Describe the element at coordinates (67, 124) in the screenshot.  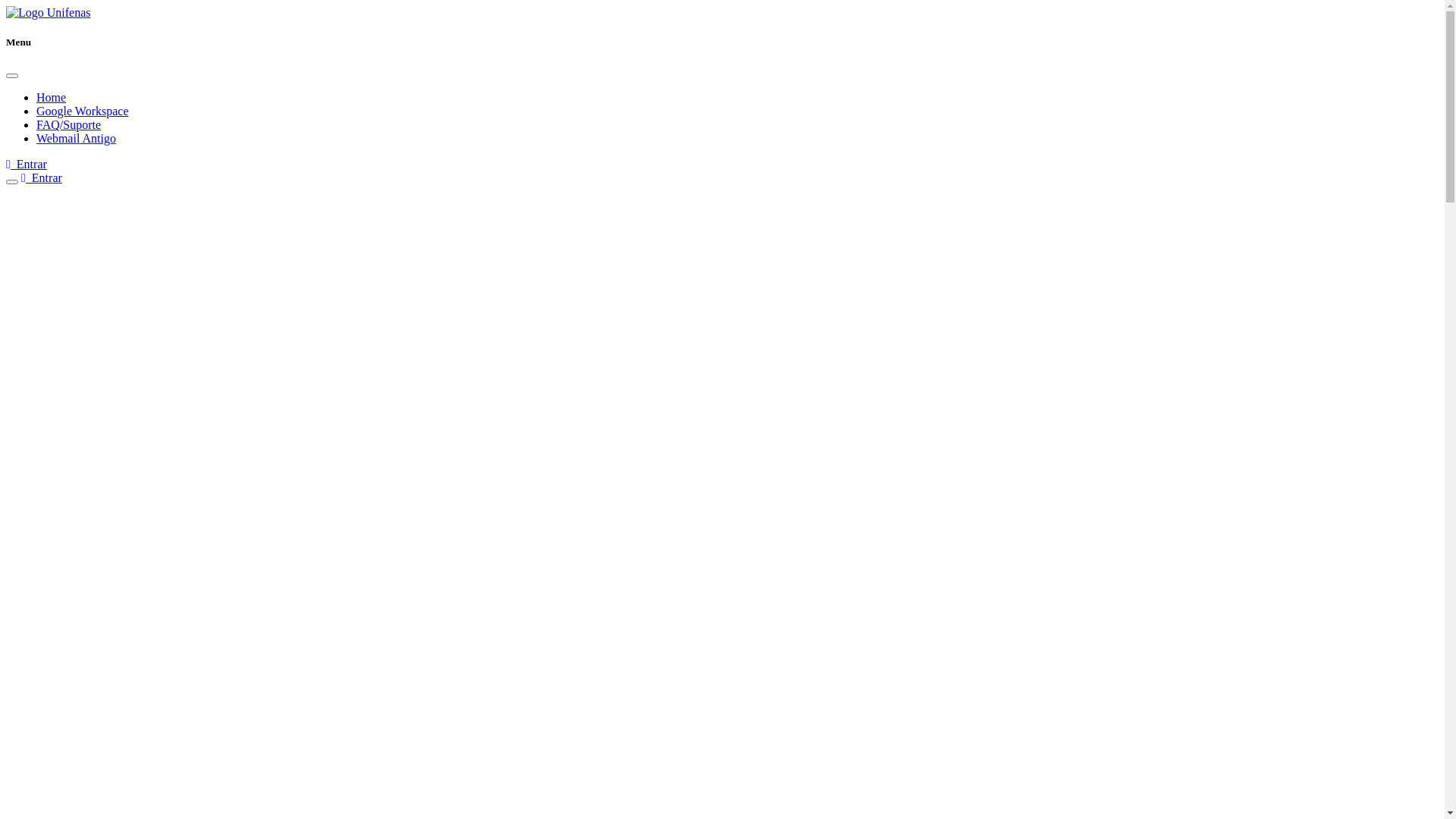
I see `'FAQ/Suporte'` at that location.